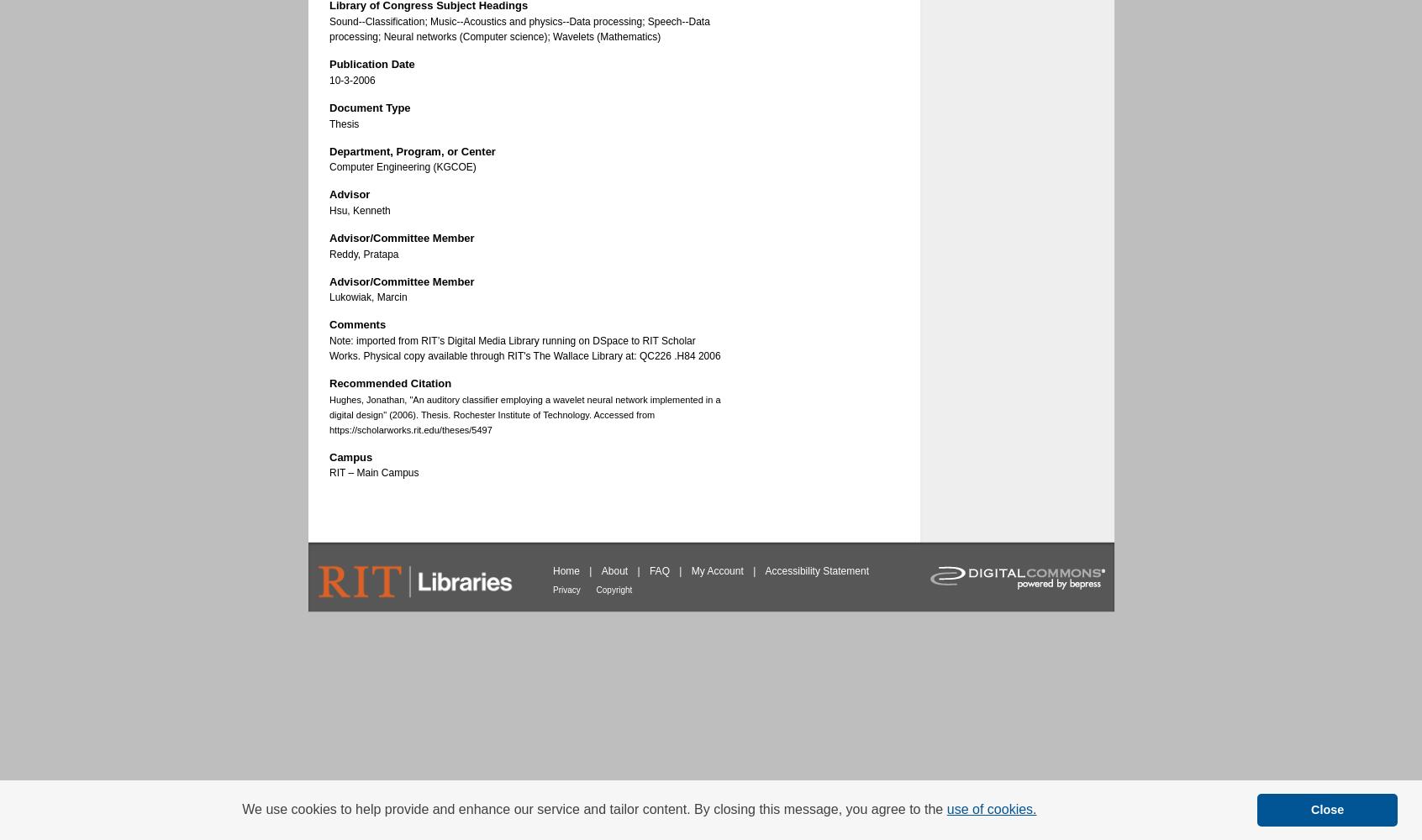 Image resolution: width=1422 pixels, height=840 pixels. What do you see at coordinates (614, 571) in the screenshot?
I see `'About'` at bounding box center [614, 571].